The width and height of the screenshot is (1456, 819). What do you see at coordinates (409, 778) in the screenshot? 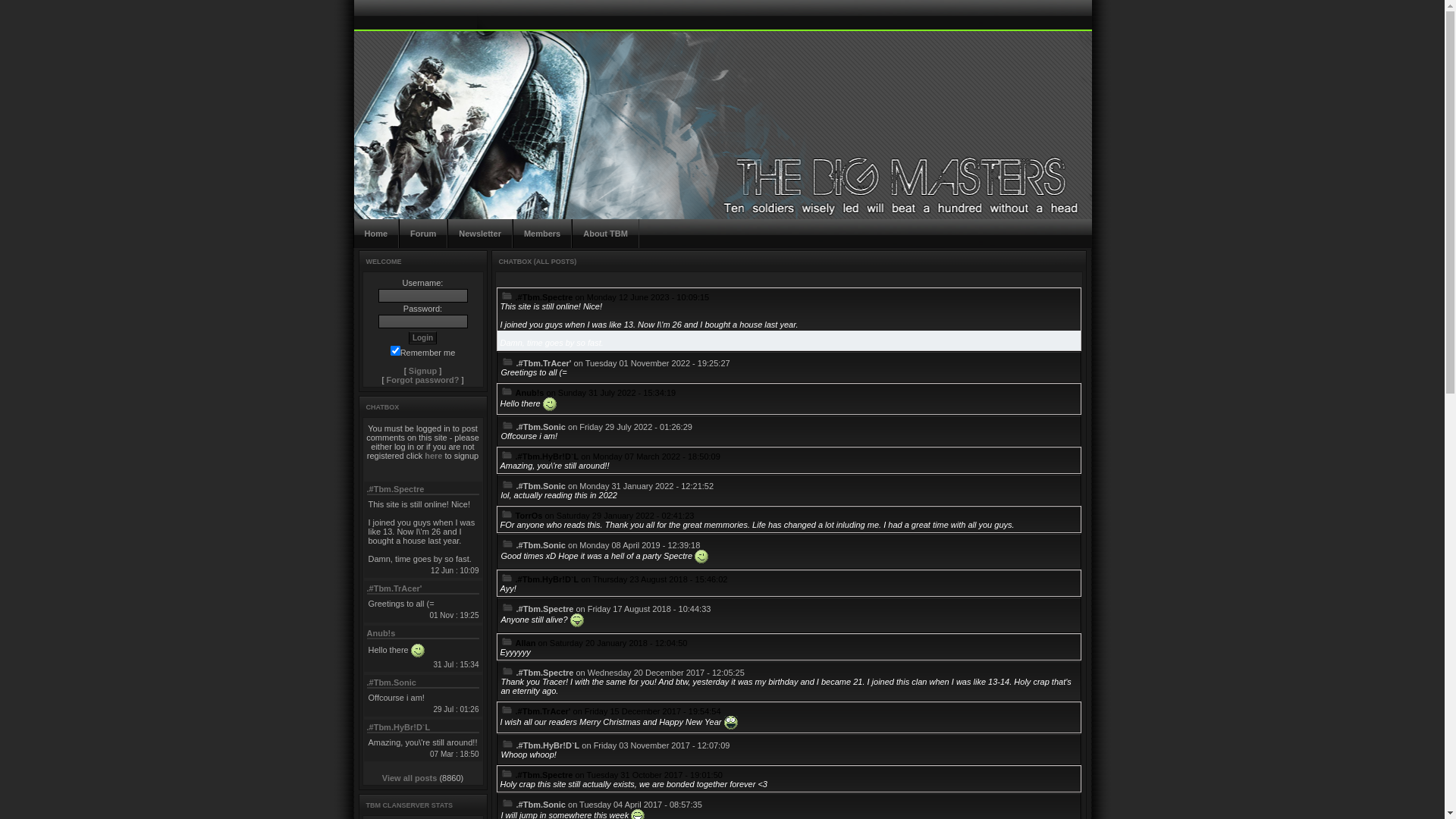
I see `'View all posts'` at bounding box center [409, 778].